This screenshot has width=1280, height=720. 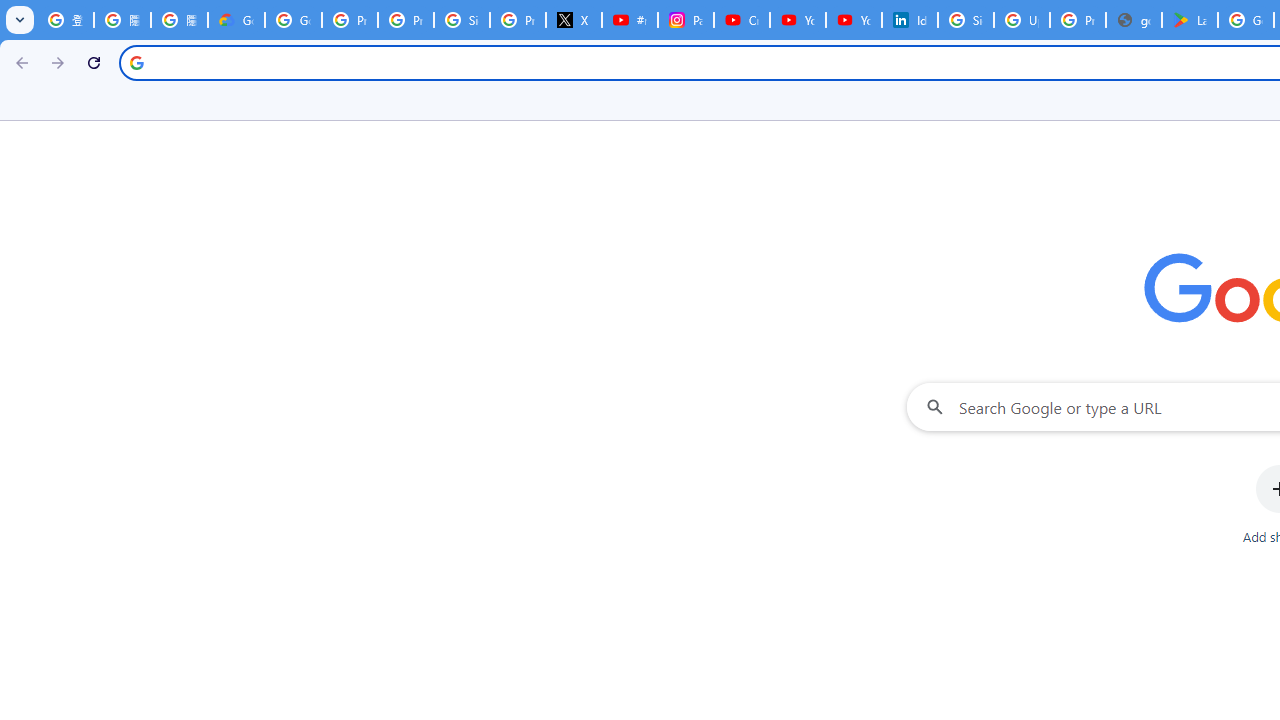 I want to click on 'google_privacy_policy_en.pdf', so click(x=1134, y=20).